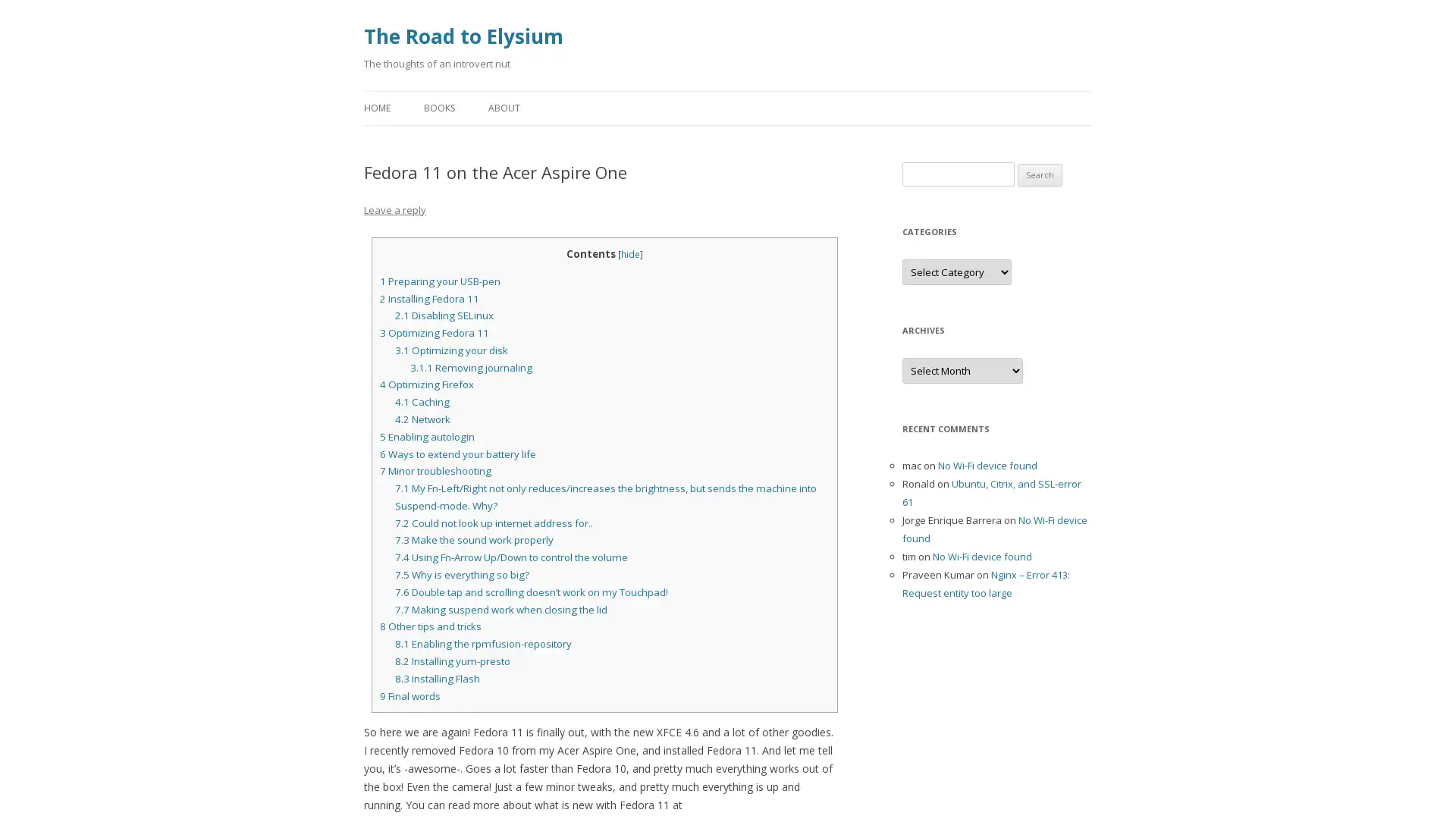  What do you see at coordinates (1039, 174) in the screenshot?
I see `Search` at bounding box center [1039, 174].